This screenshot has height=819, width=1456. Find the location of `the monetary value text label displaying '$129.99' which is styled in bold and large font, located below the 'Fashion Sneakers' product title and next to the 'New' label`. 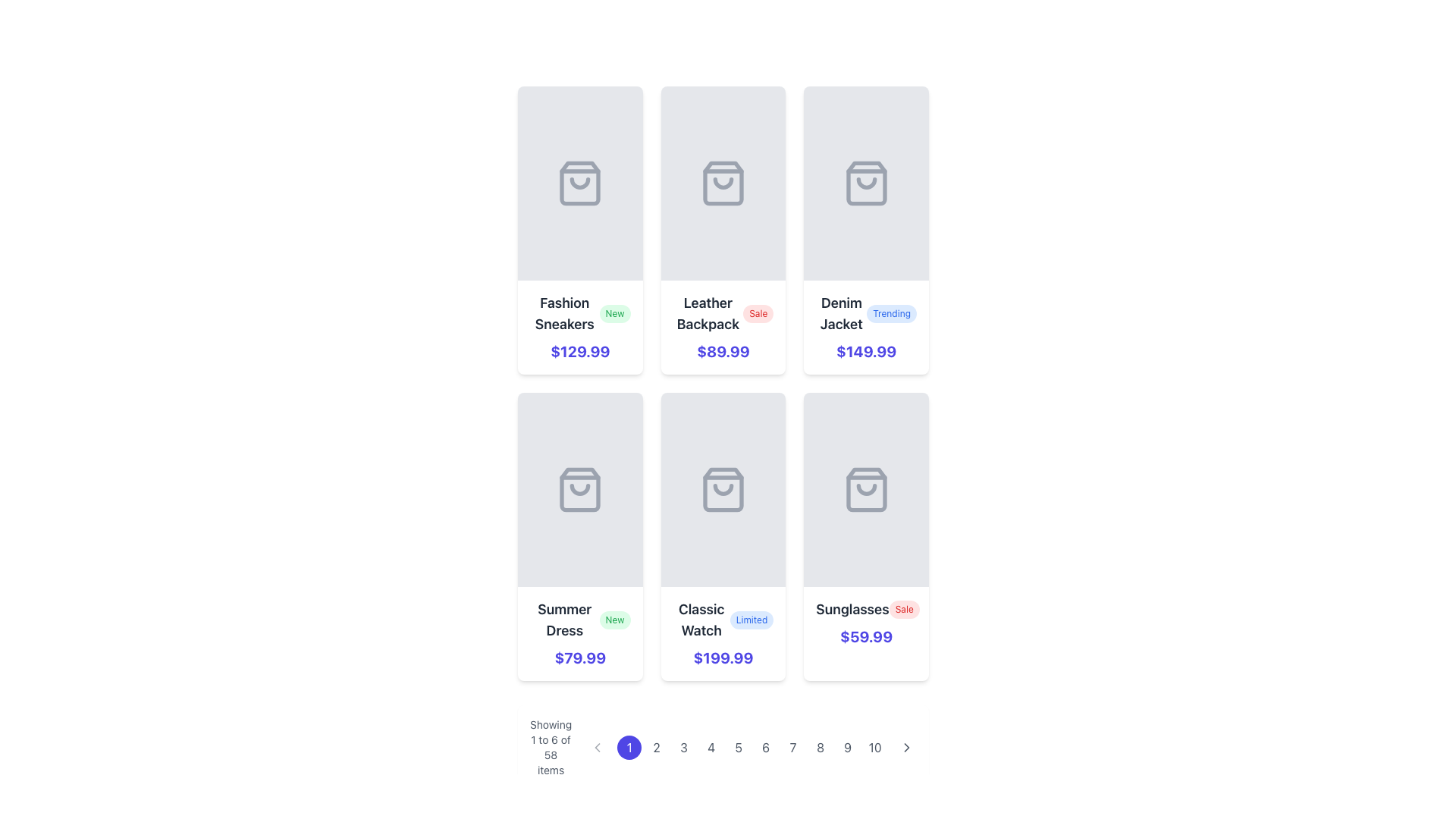

the monetary value text label displaying '$129.99' which is styled in bold and large font, located below the 'Fashion Sneakers' product title and next to the 'New' label is located at coordinates (579, 351).